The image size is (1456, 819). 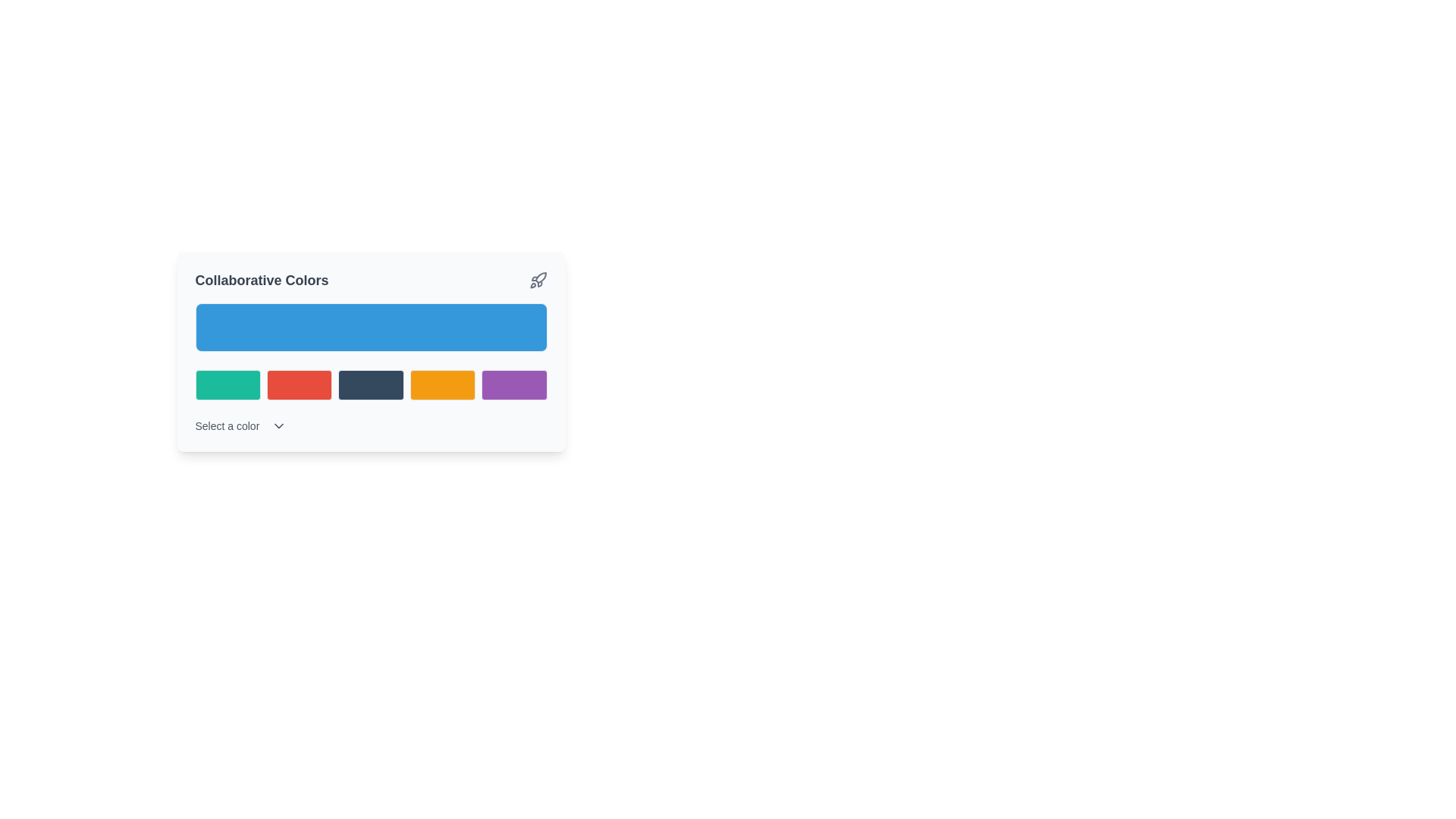 I want to click on the navy blue button in the 'Collaborative Colors' section, so click(x=371, y=384).